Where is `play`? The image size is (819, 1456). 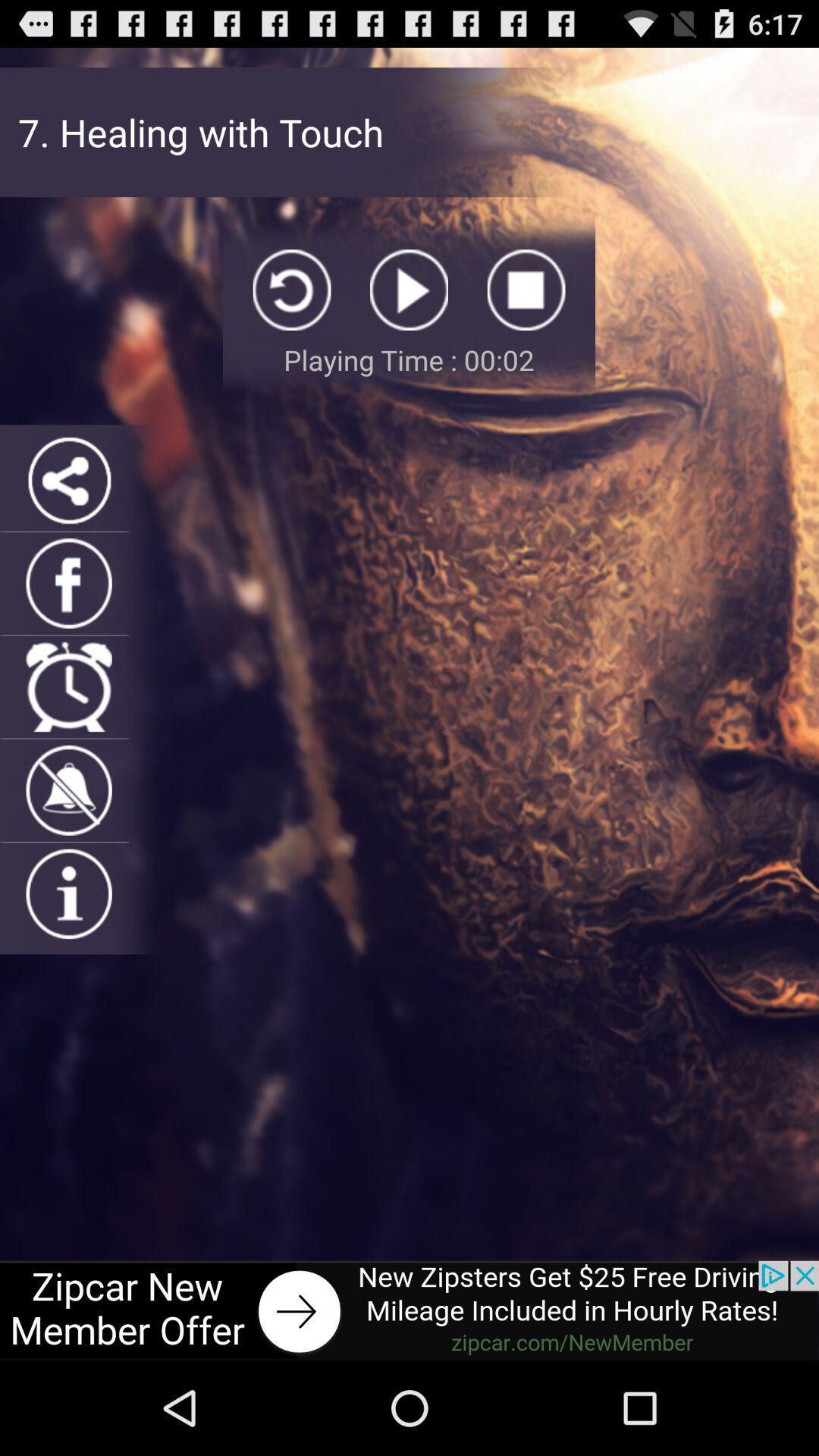 play is located at coordinates (408, 290).